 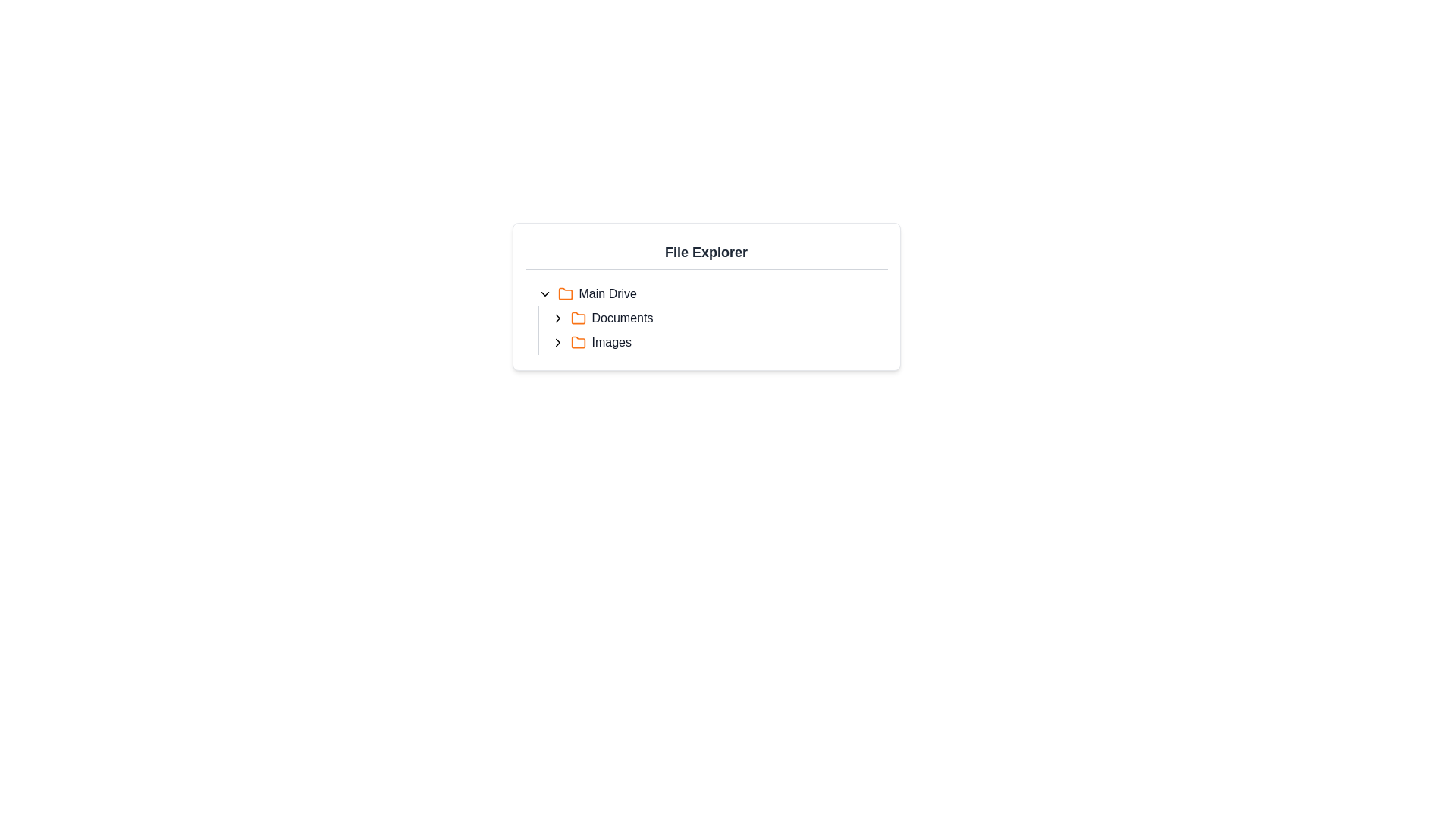 What do you see at coordinates (557, 342) in the screenshot?
I see `the arrow icon next to the 'Images' text` at bounding box center [557, 342].